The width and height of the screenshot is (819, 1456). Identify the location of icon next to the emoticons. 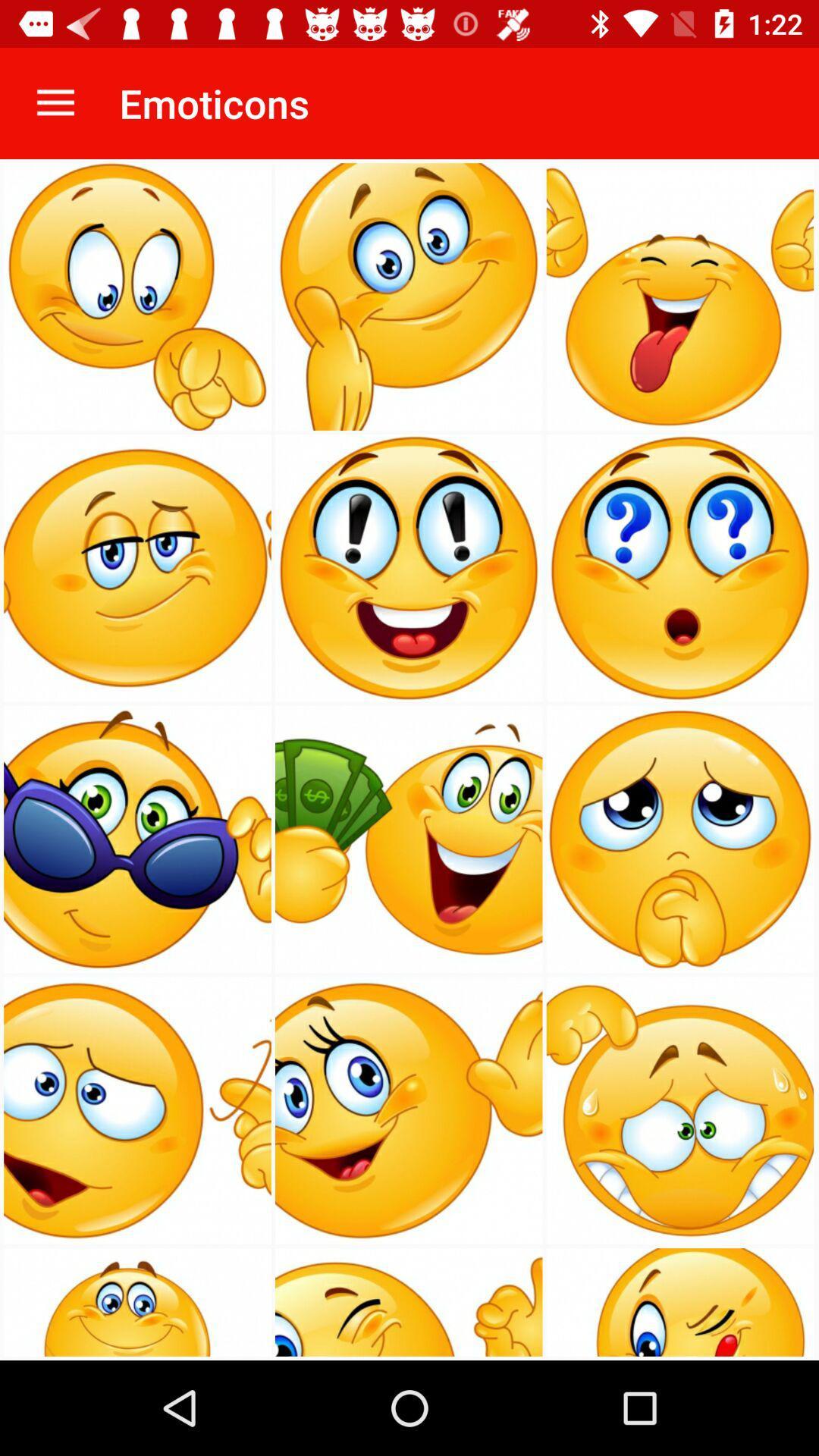
(55, 102).